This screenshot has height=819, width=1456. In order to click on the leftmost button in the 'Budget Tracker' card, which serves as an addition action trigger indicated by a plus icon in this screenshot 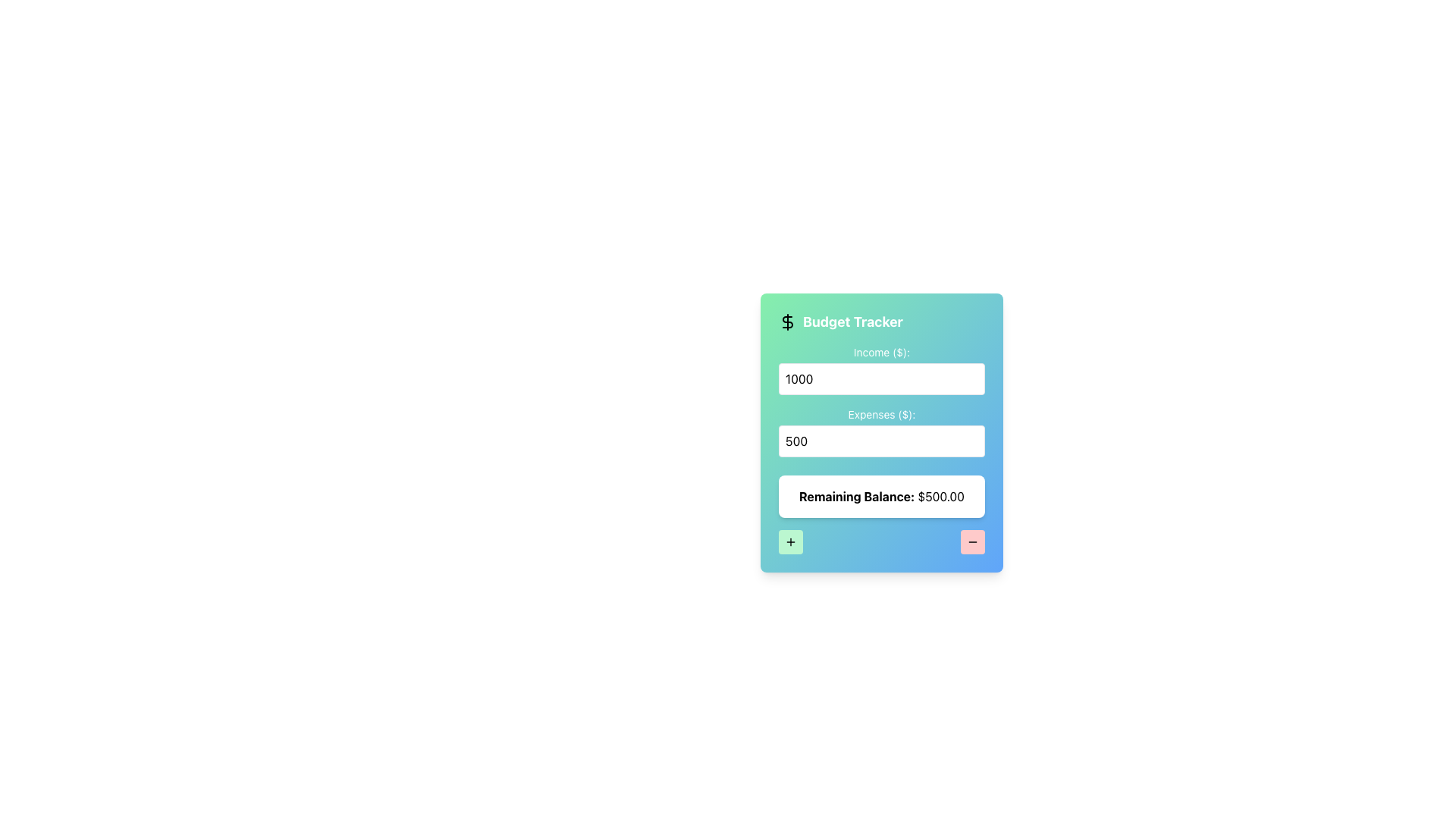, I will do `click(789, 541)`.